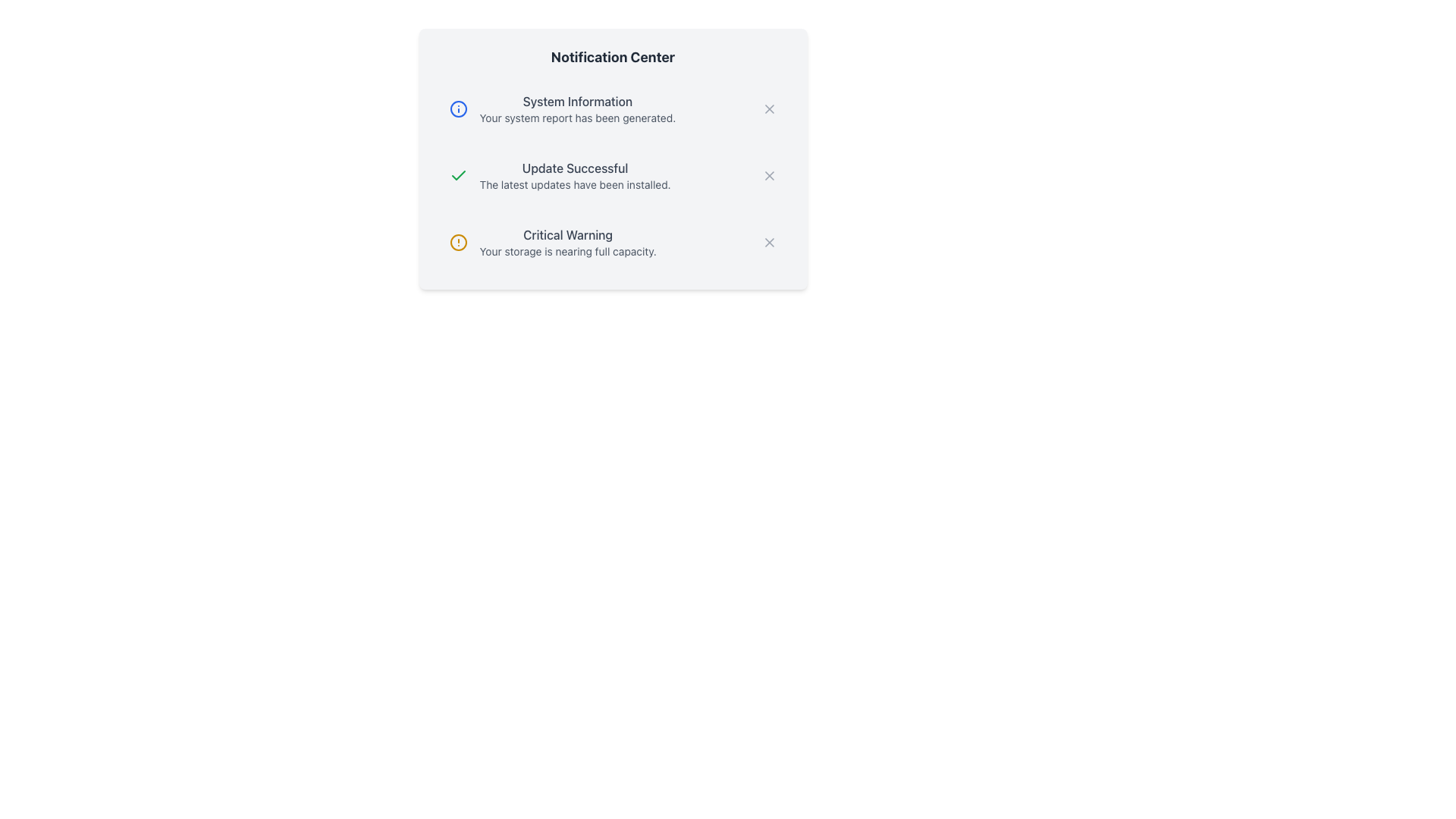  I want to click on the text label that provides additional descriptive information about the 'Critical Warning' indicator in the notification panel, so click(567, 250).